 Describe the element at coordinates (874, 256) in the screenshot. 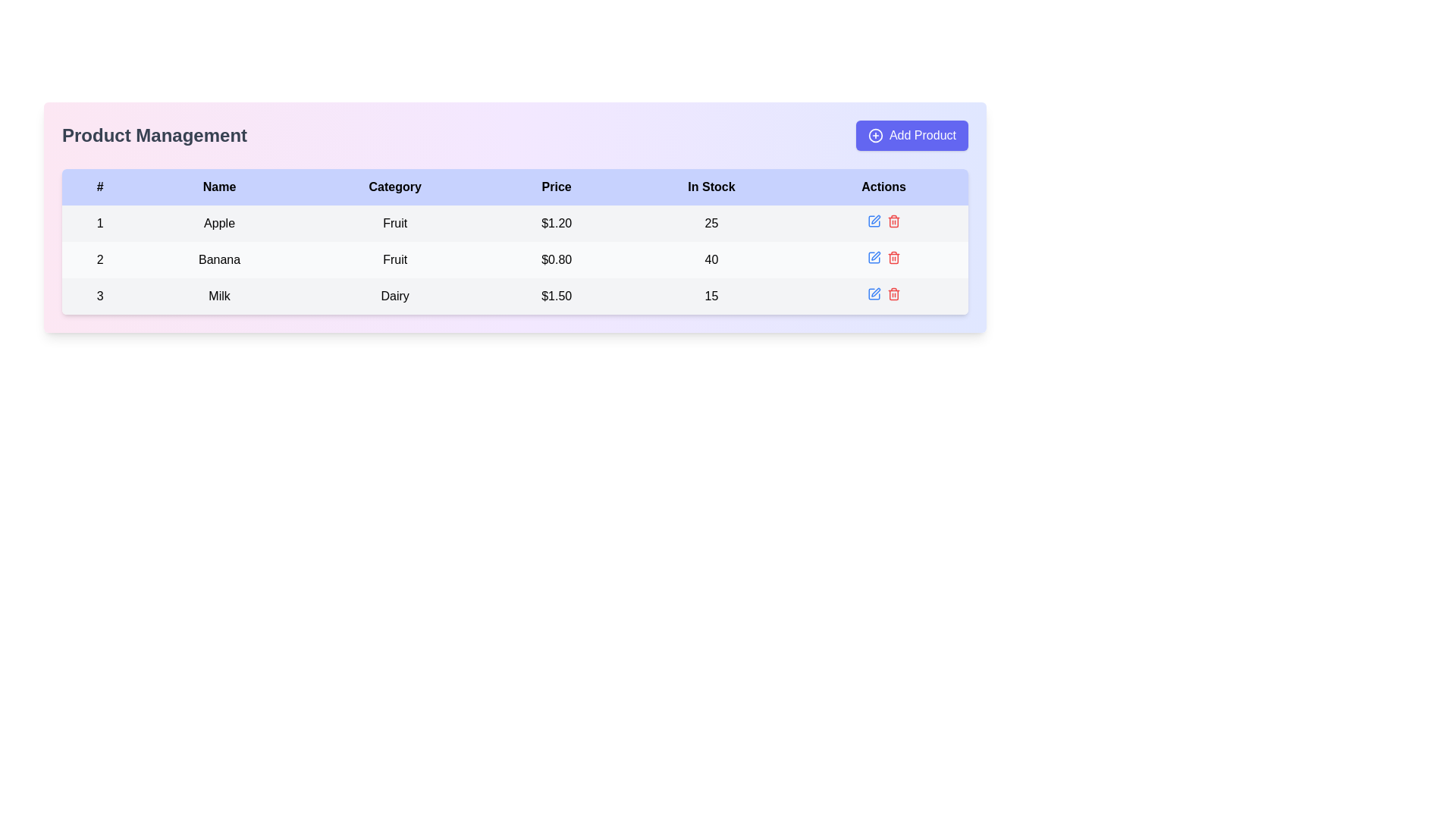

I see `the edit icon button, which is a small square with a pen inside, located in the 'Actions' column of the second row of the table, to initiate an edit action` at that location.